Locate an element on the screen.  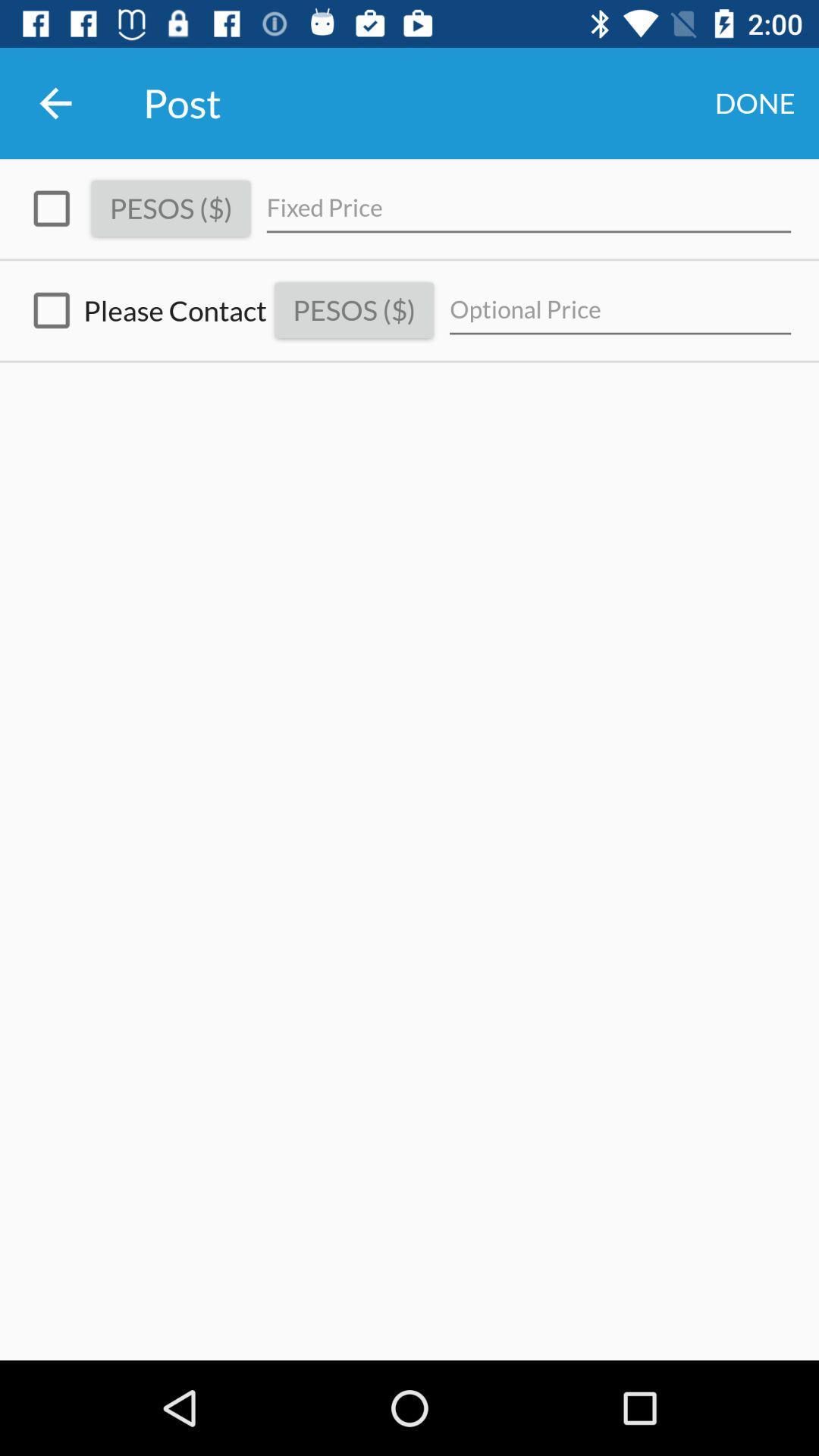
the item next to the pesos ($) icon is located at coordinates (51, 208).